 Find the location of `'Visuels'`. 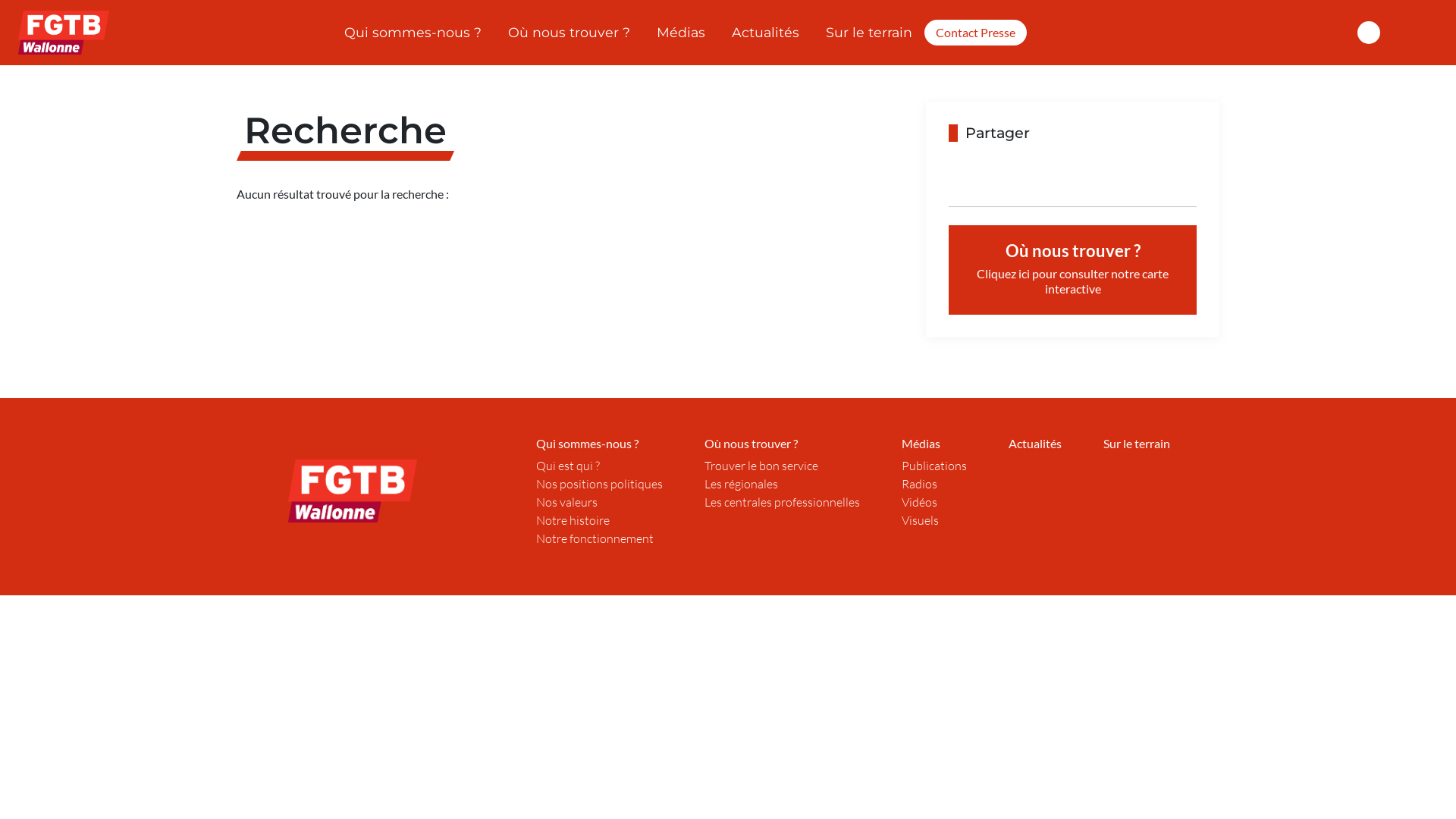

'Visuels' is located at coordinates (919, 519).